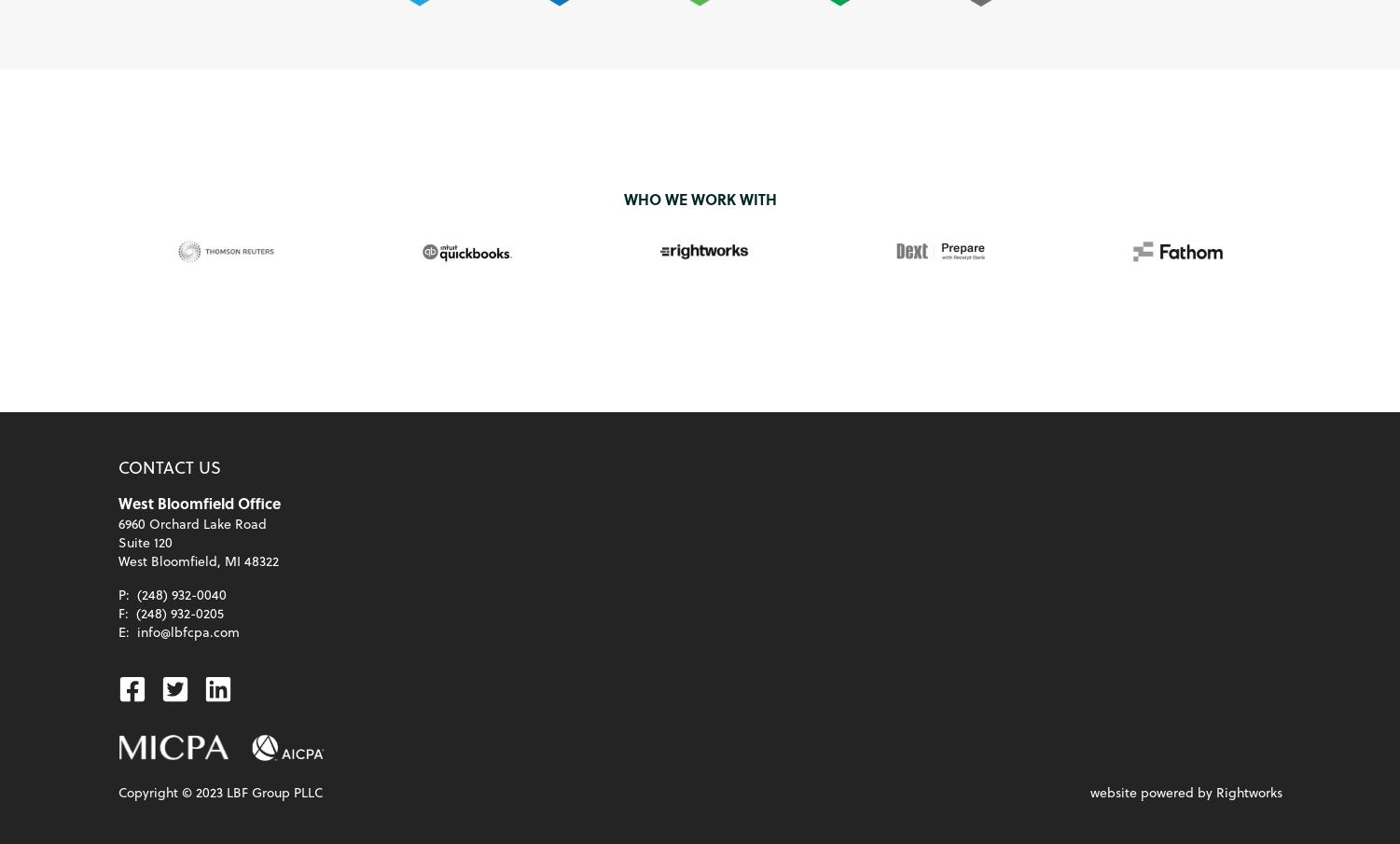 The image size is (1400, 844). What do you see at coordinates (1088, 791) in the screenshot?
I see `'website powered by Rightworks'` at bounding box center [1088, 791].